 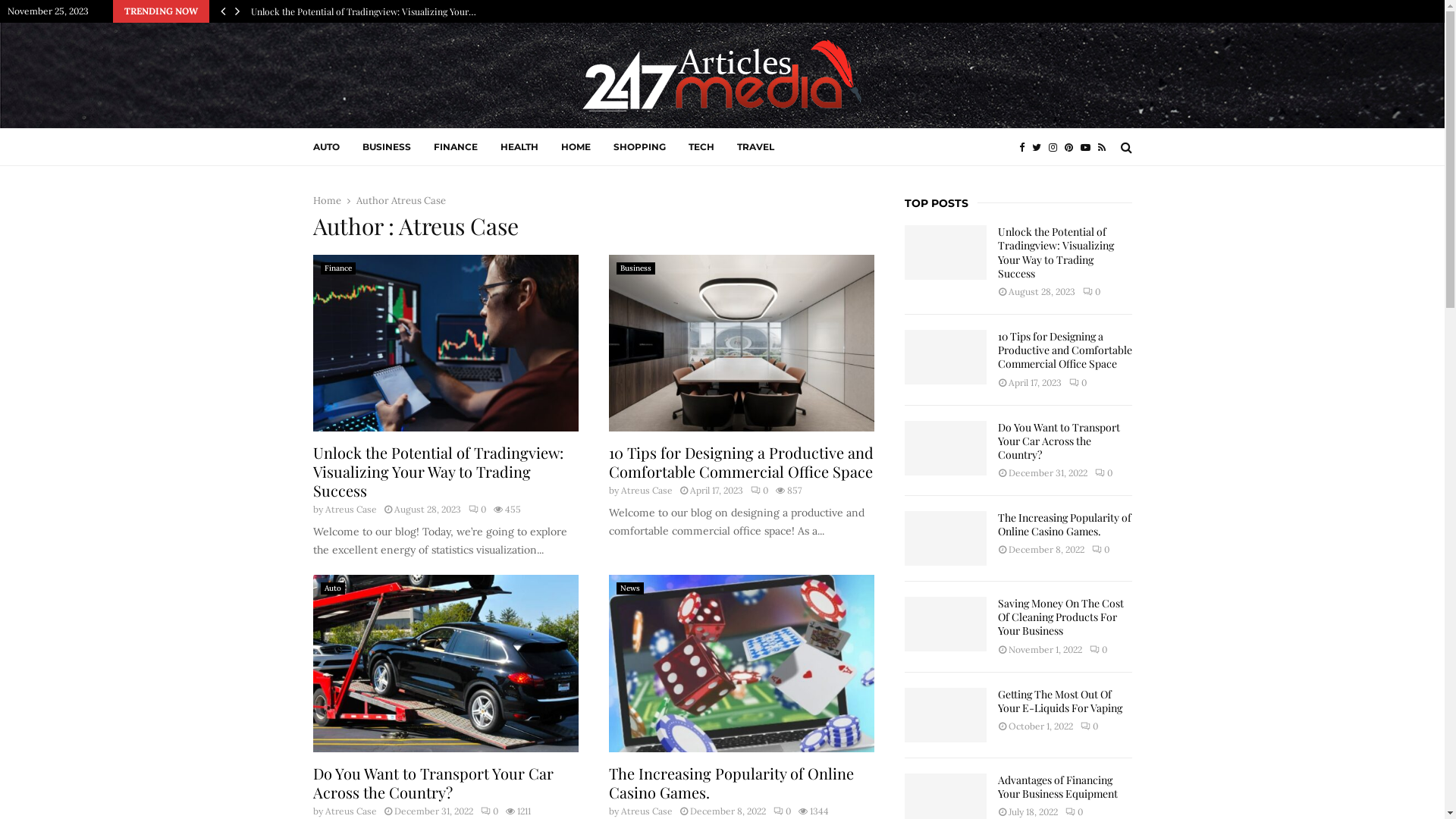 What do you see at coordinates (759, 490) in the screenshot?
I see `'0'` at bounding box center [759, 490].